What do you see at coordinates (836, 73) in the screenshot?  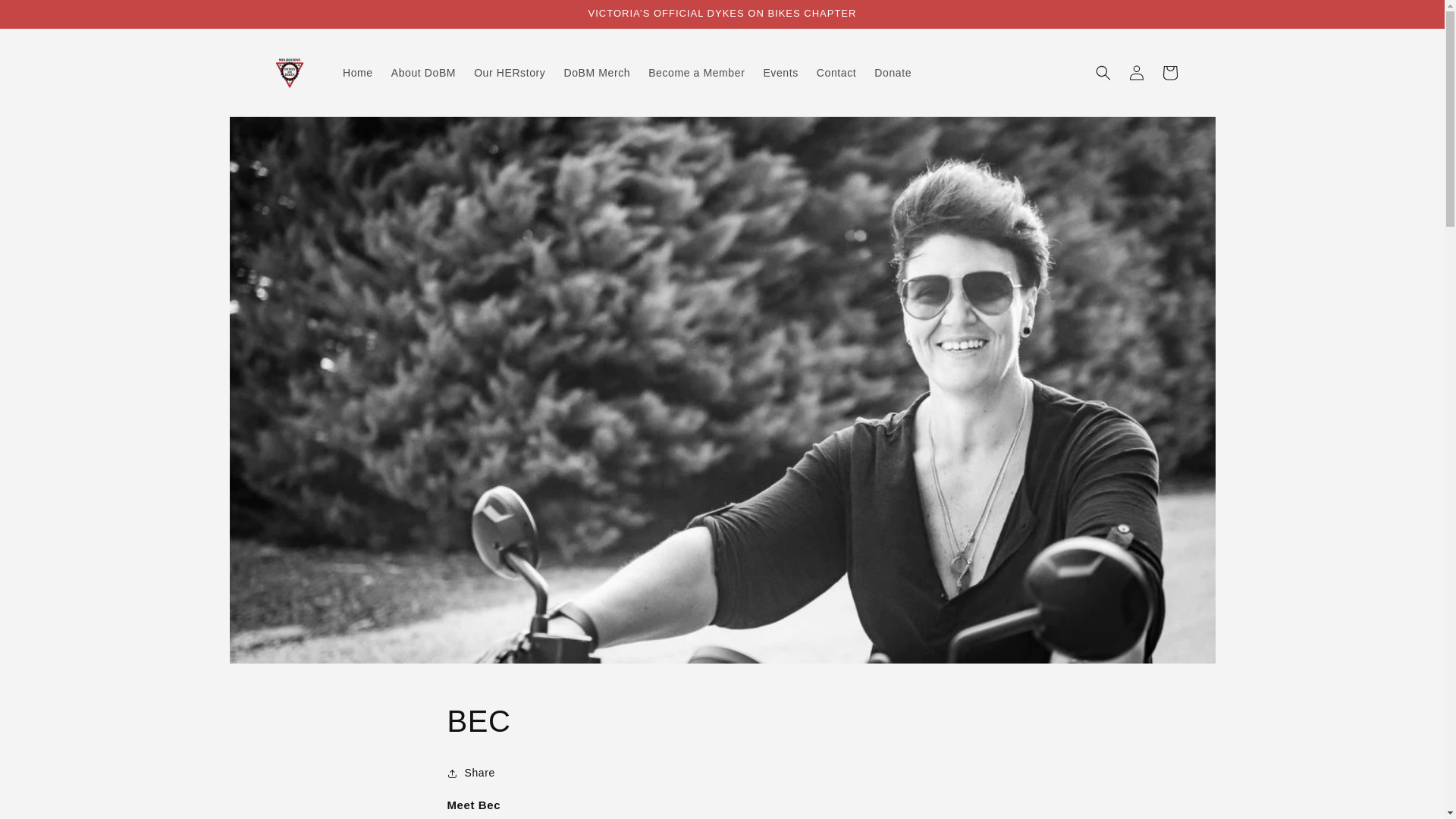 I see `'Contact'` at bounding box center [836, 73].